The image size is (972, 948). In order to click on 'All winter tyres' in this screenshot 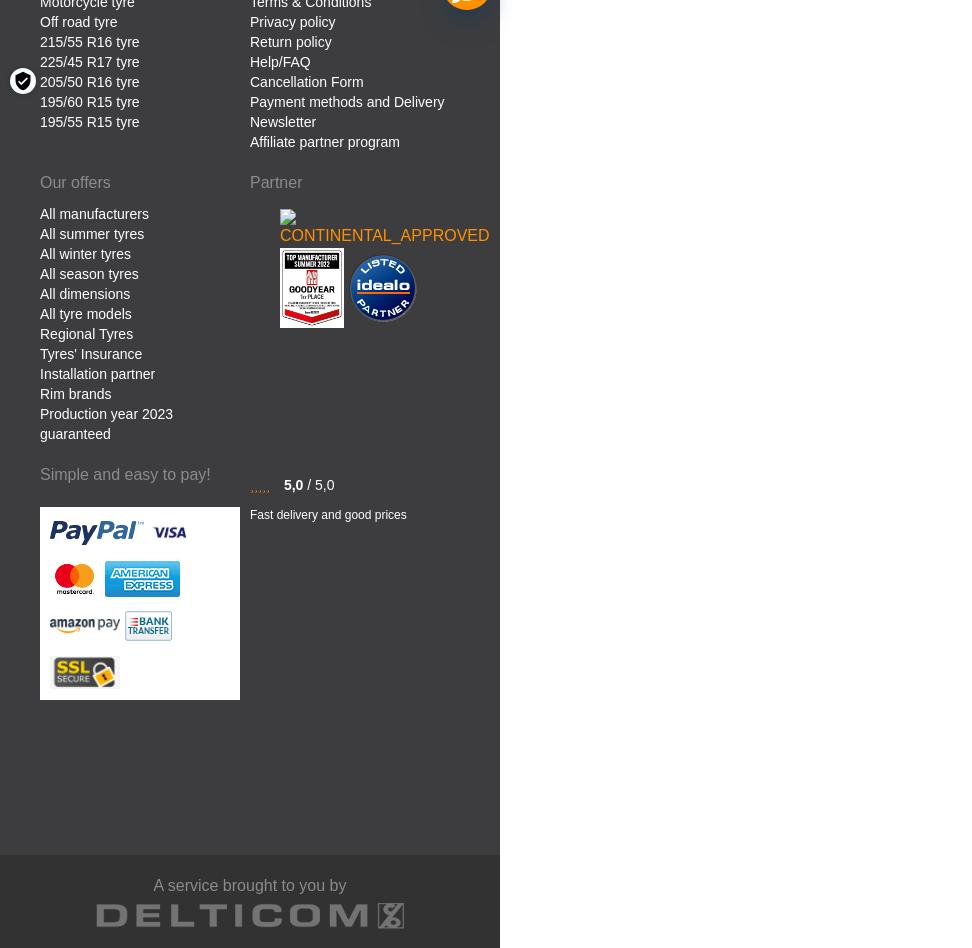, I will do `click(84, 253)`.